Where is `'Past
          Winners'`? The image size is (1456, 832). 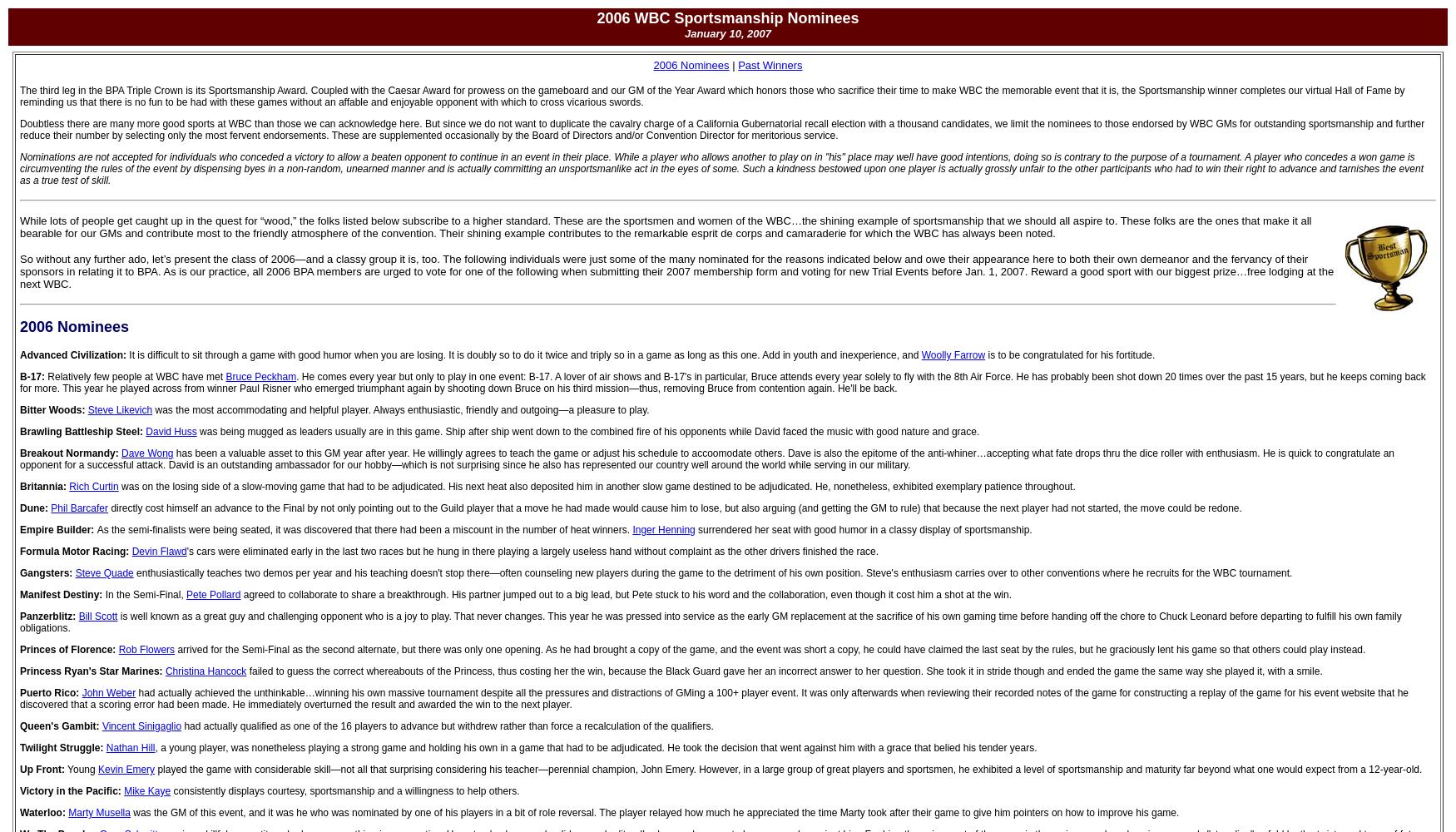
'Past
          Winners' is located at coordinates (769, 64).